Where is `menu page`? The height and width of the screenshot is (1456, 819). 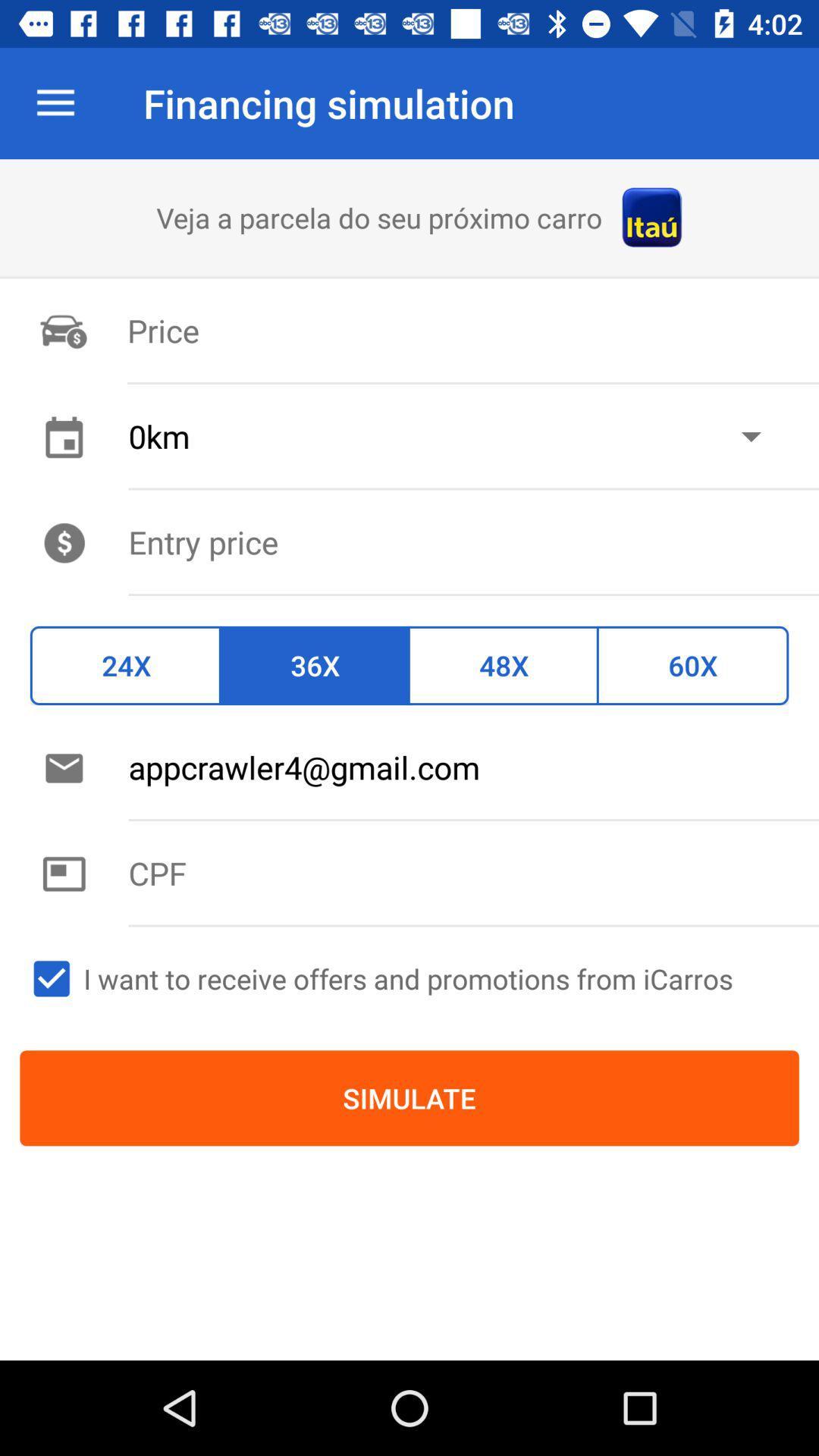 menu page is located at coordinates (472, 541).